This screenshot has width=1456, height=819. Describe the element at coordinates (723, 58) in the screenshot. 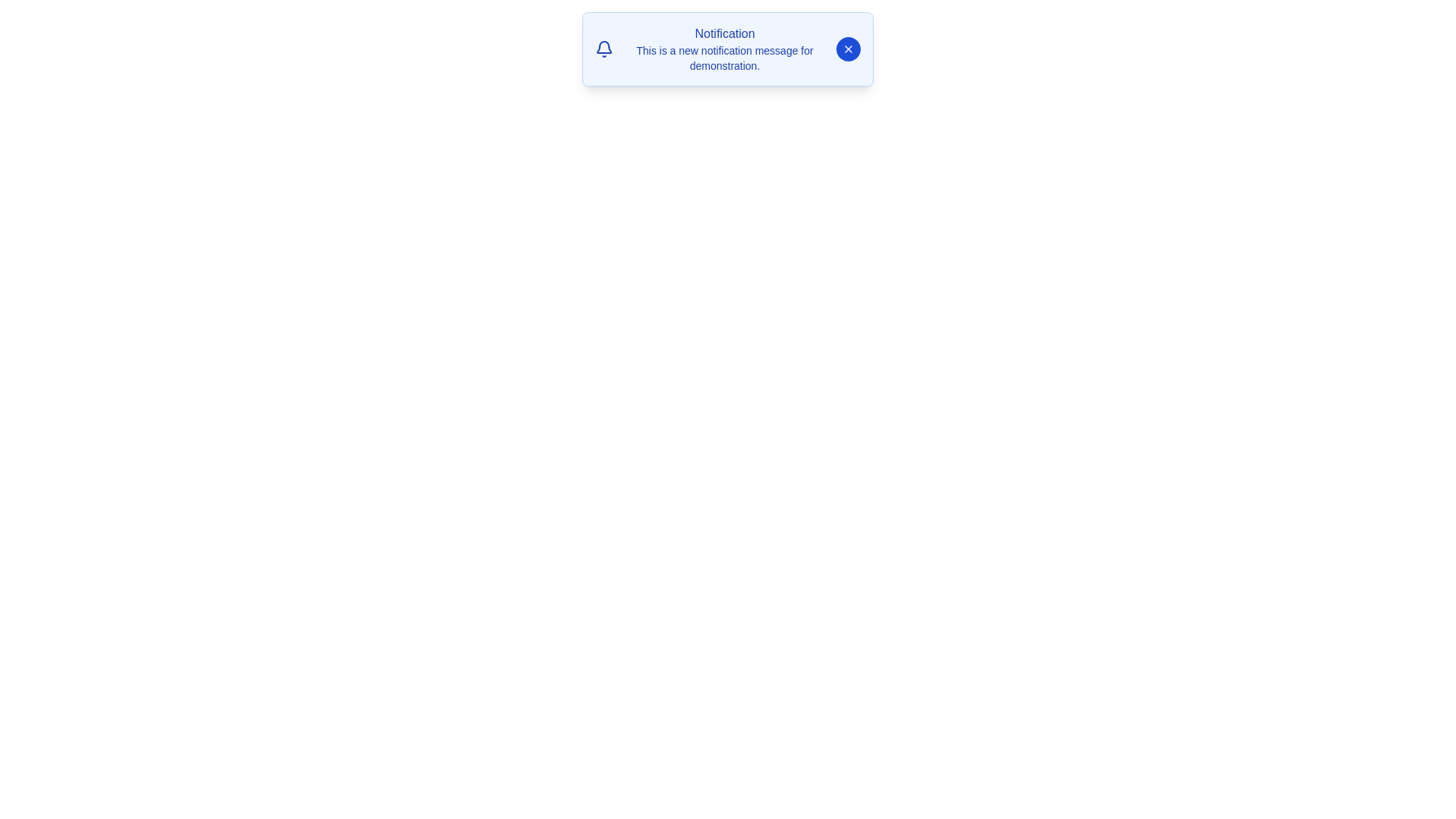

I see `the descriptive text element located under the title 'Notification', which provides additional context for the notification` at that location.